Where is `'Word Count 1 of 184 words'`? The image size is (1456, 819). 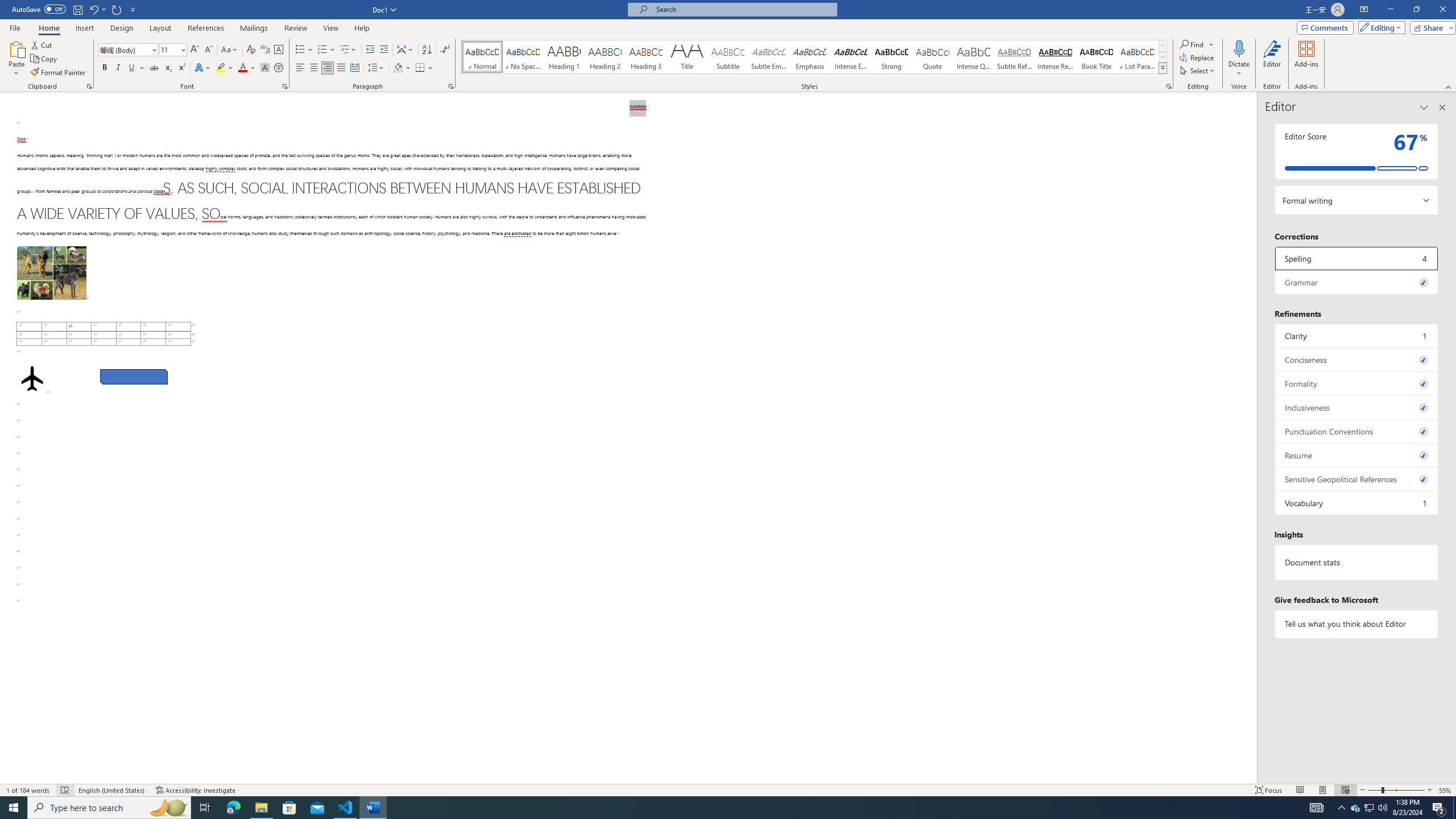
'Word Count 1 of 184 words' is located at coordinates (28, 790).